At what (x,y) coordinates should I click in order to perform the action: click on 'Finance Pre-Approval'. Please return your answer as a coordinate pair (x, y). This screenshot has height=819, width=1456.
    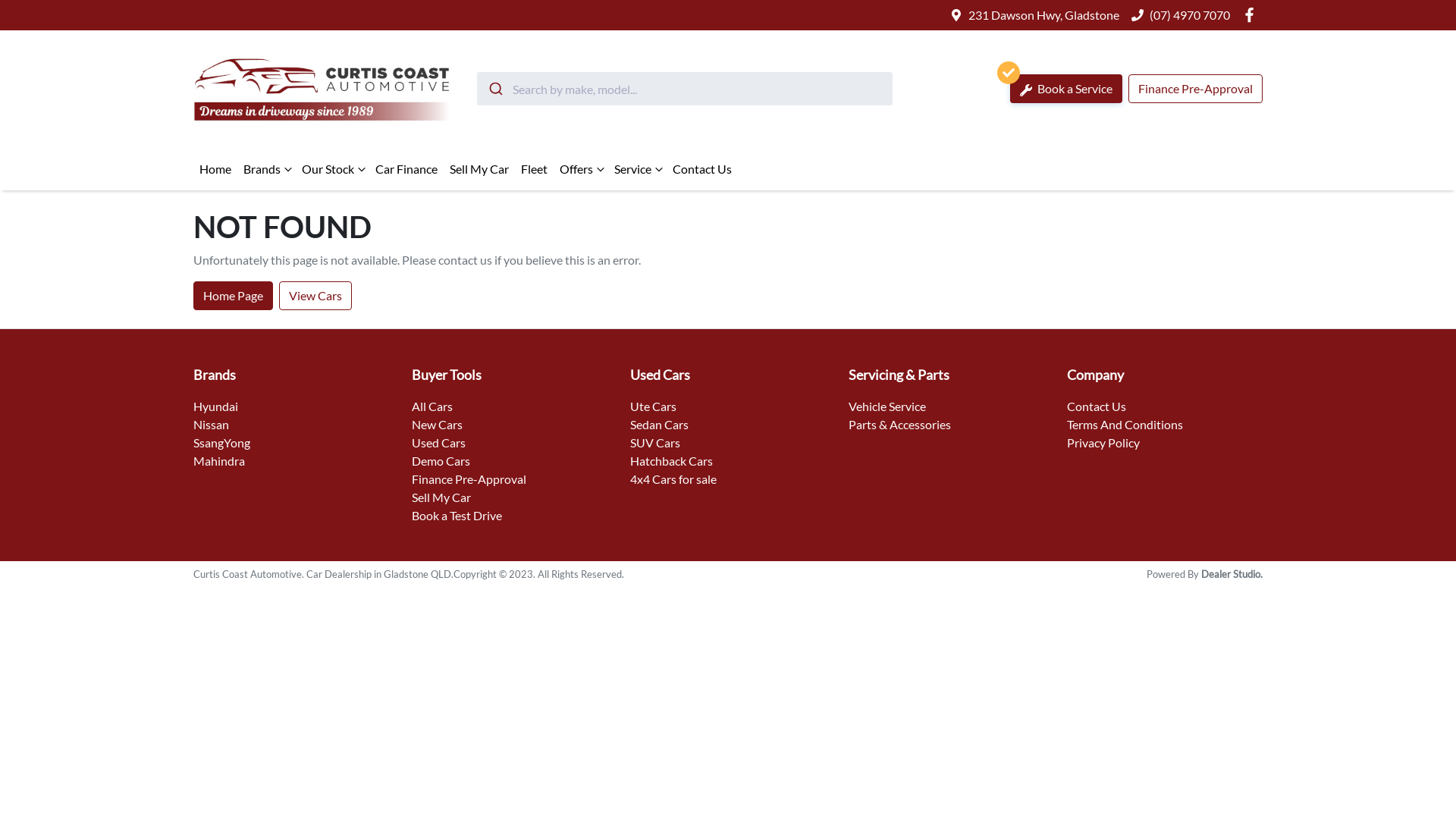
    Looking at the image, I should click on (1194, 88).